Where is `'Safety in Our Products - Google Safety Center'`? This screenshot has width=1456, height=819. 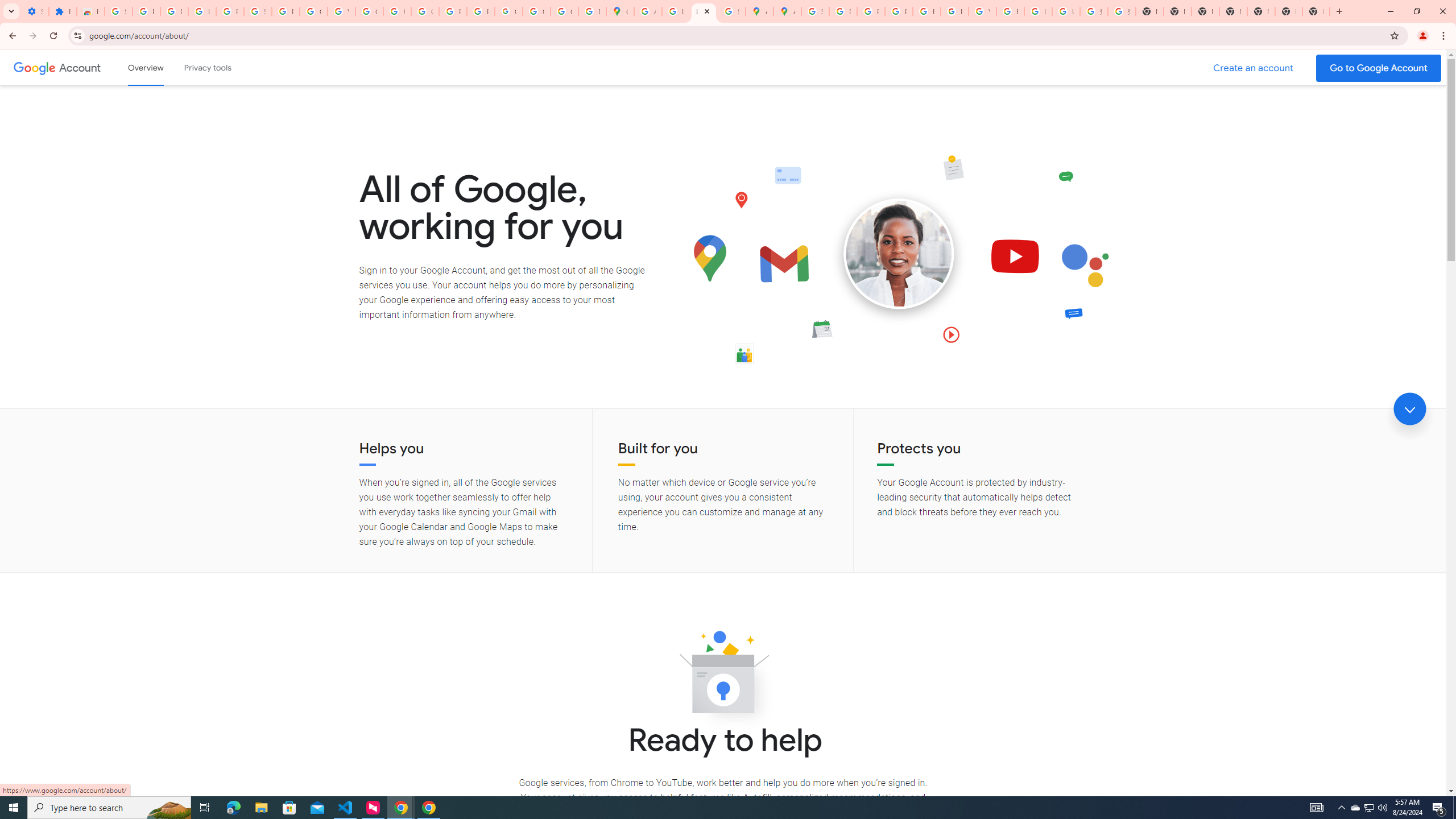
'Safety in Our Products - Google Safety Center' is located at coordinates (731, 11).